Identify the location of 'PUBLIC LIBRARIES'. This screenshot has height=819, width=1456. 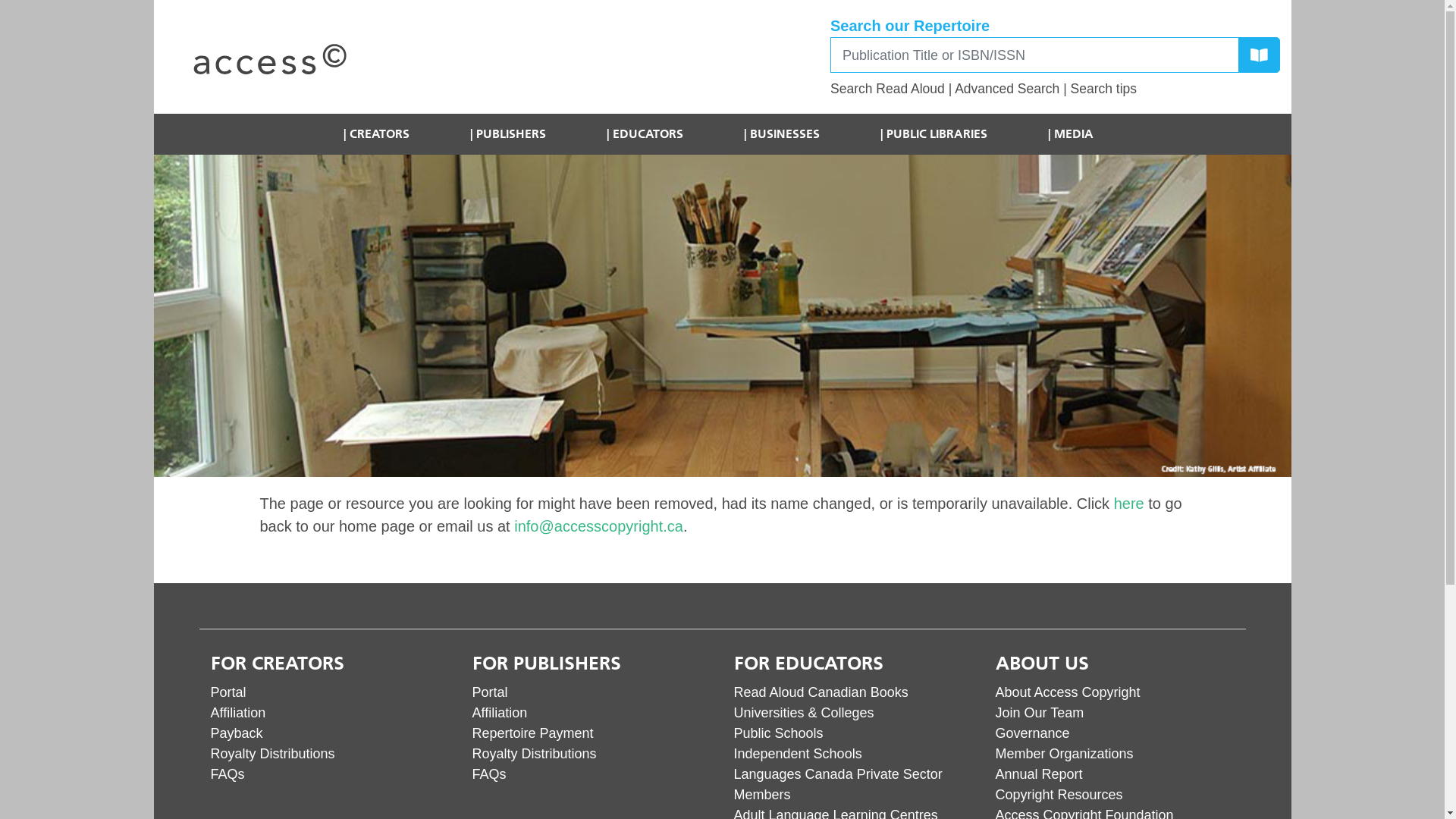
(933, 133).